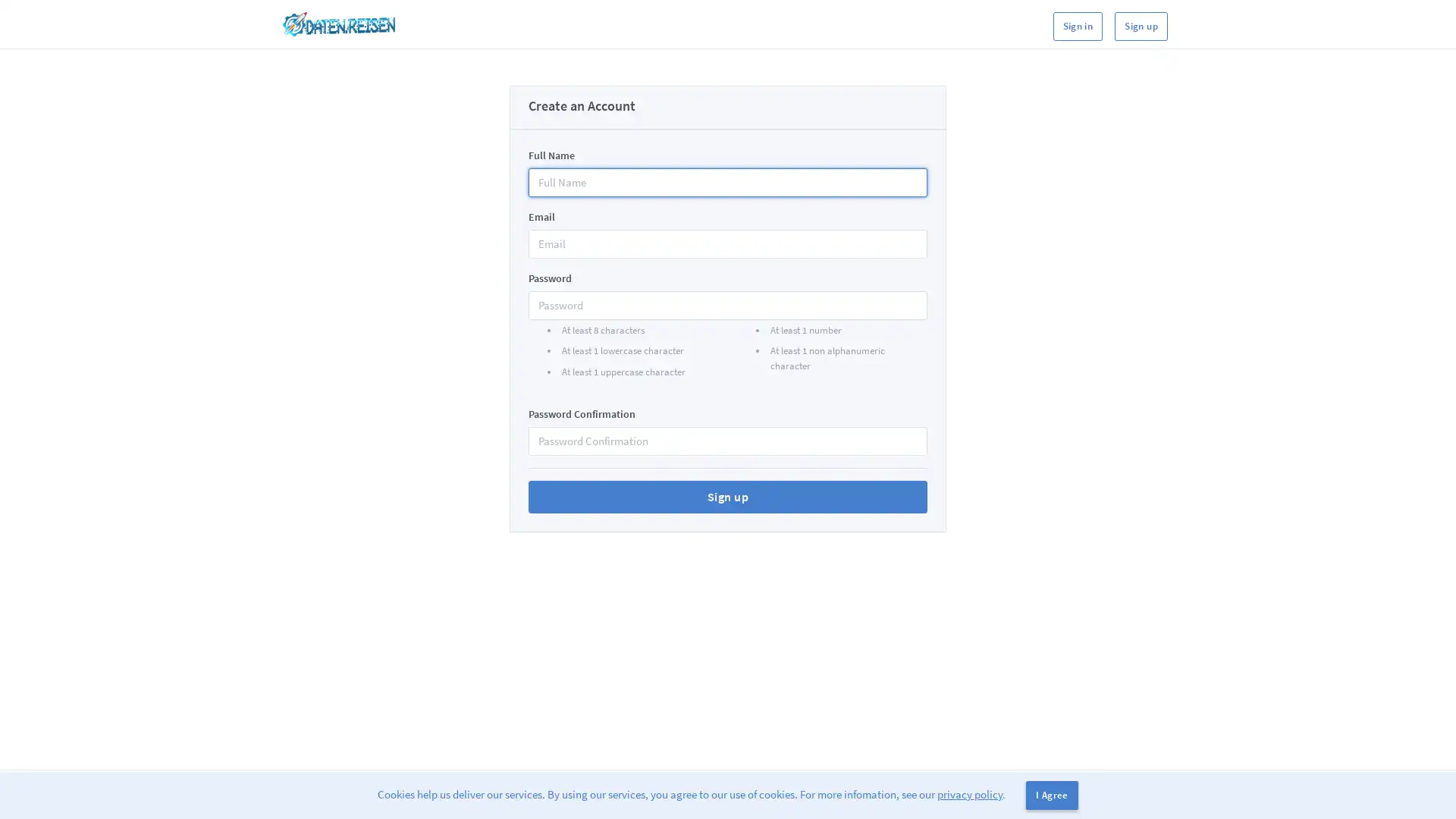 This screenshot has width=1456, height=819. Describe the element at coordinates (1051, 795) in the screenshot. I see `I Agree` at that location.